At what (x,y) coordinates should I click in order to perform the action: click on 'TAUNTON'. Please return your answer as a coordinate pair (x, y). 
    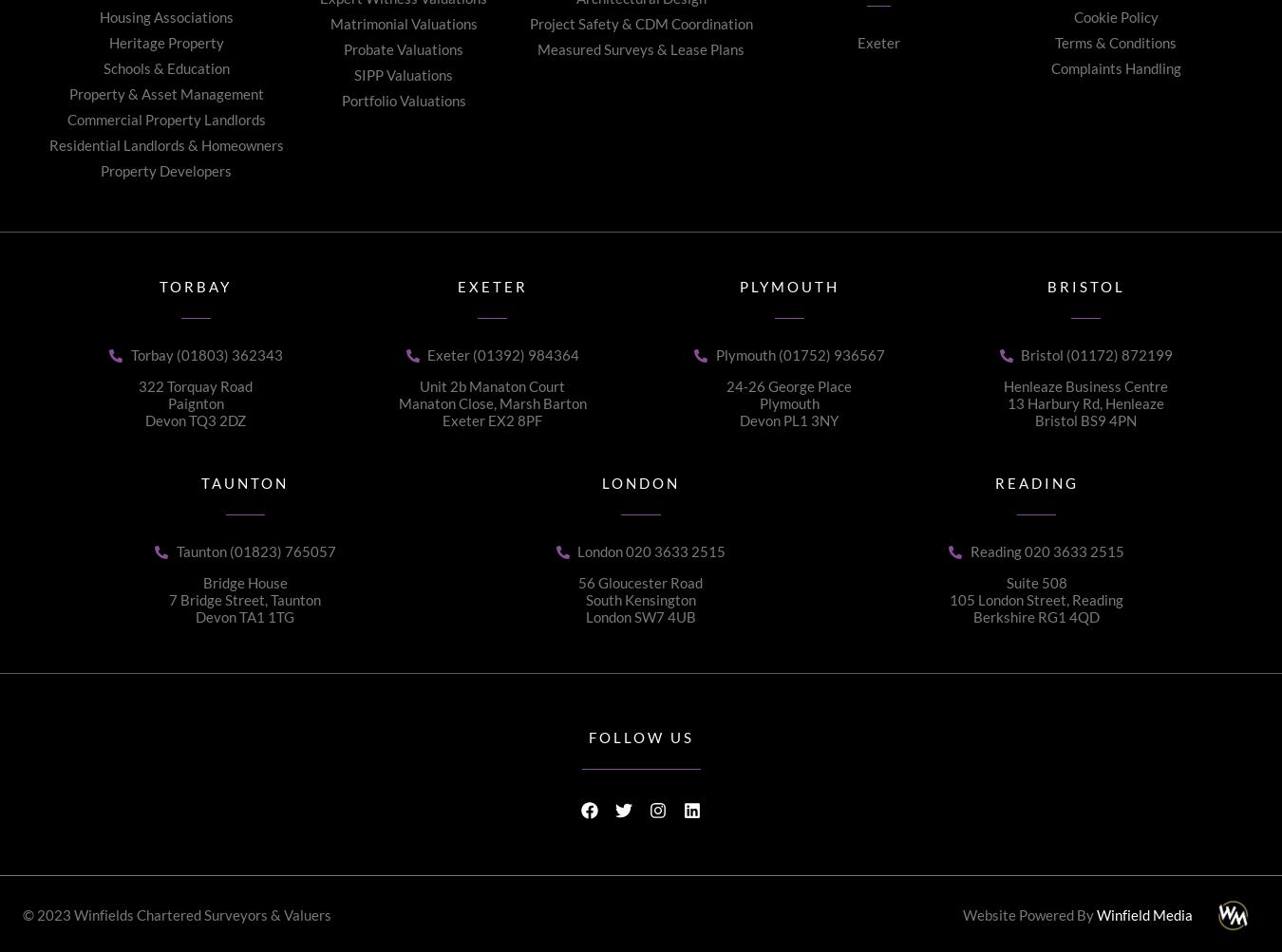
    Looking at the image, I should click on (200, 482).